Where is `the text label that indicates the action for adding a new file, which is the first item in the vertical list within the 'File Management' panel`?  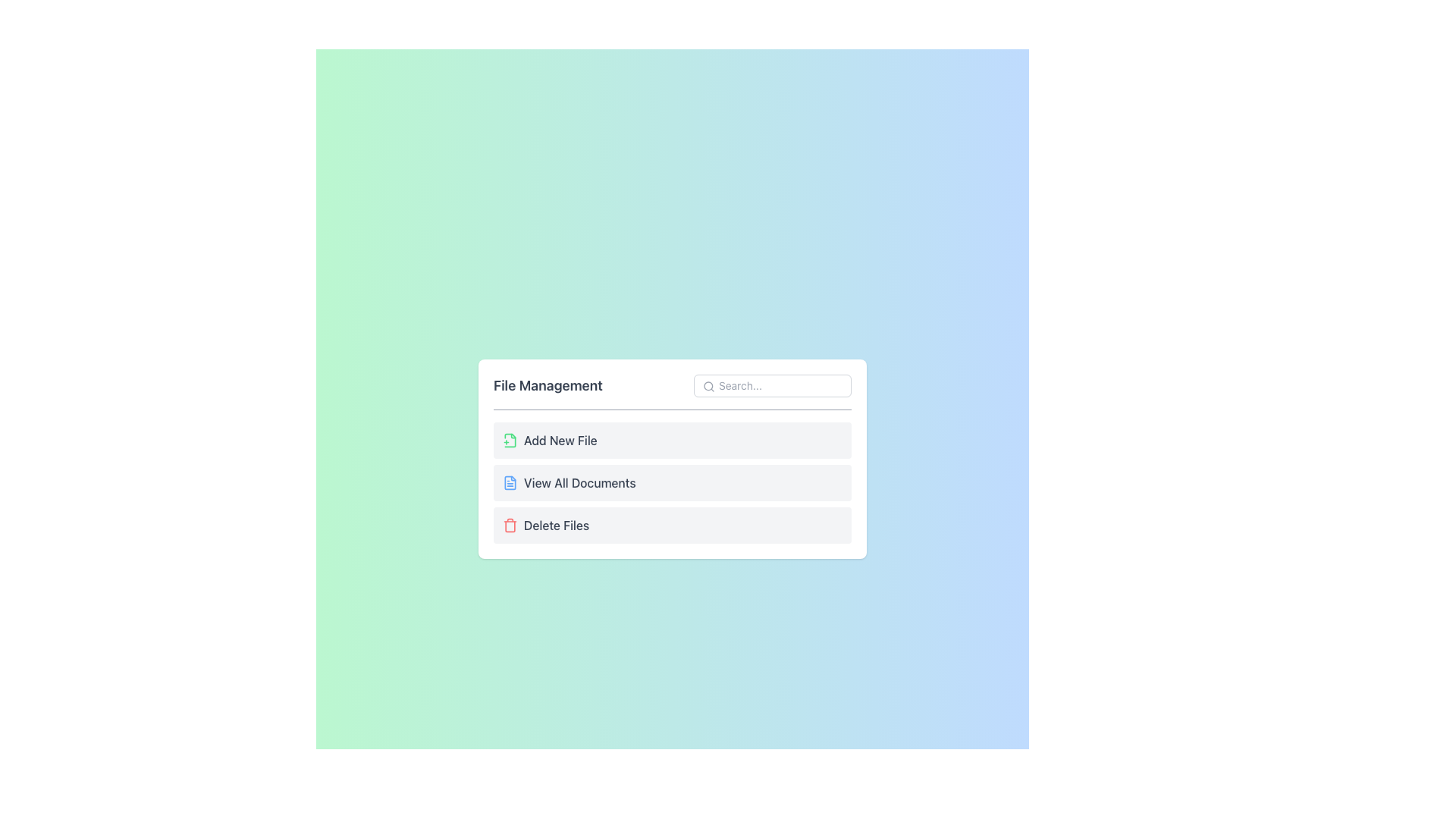 the text label that indicates the action for adding a new file, which is the first item in the vertical list within the 'File Management' panel is located at coordinates (560, 440).